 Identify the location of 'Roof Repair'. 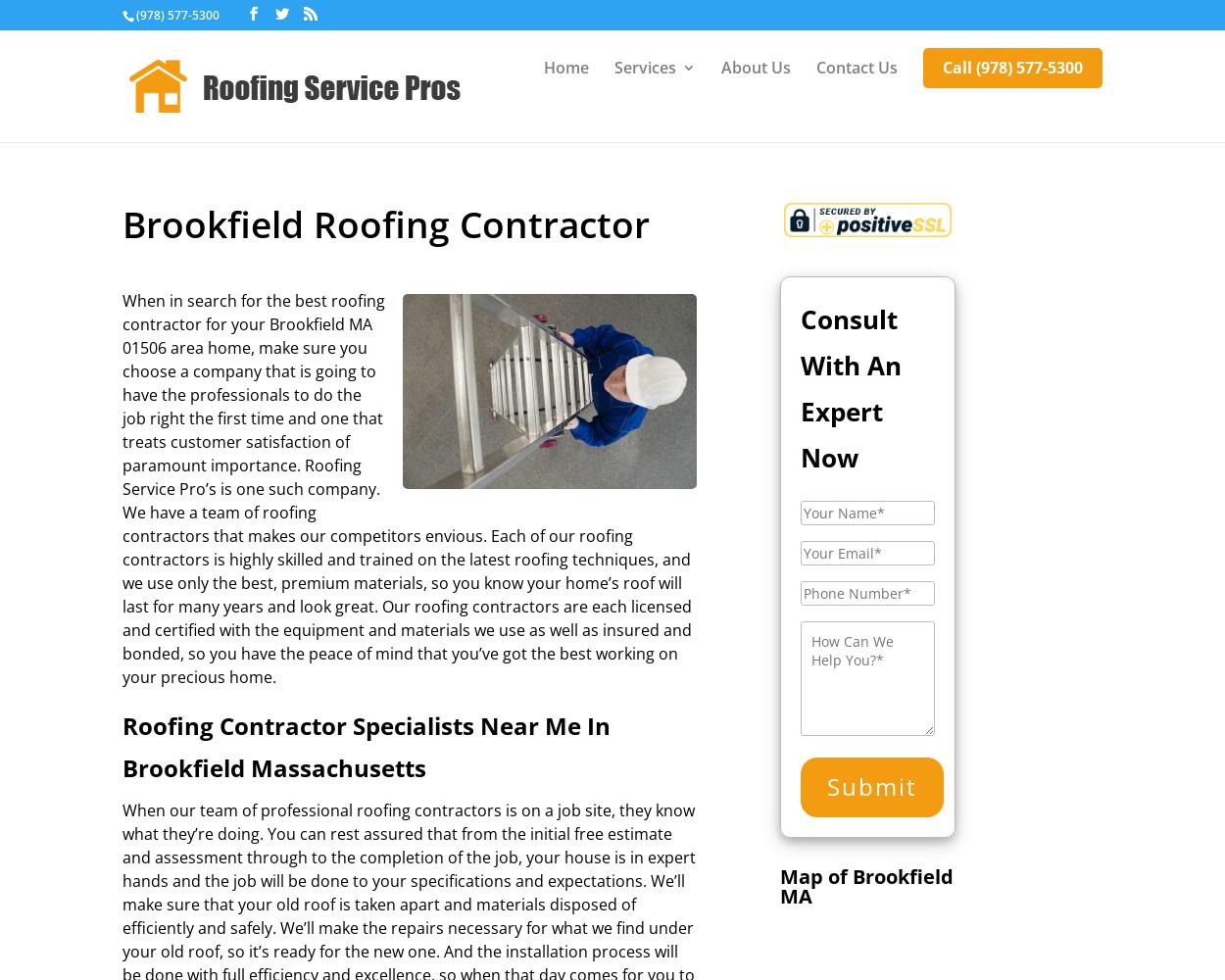
(696, 328).